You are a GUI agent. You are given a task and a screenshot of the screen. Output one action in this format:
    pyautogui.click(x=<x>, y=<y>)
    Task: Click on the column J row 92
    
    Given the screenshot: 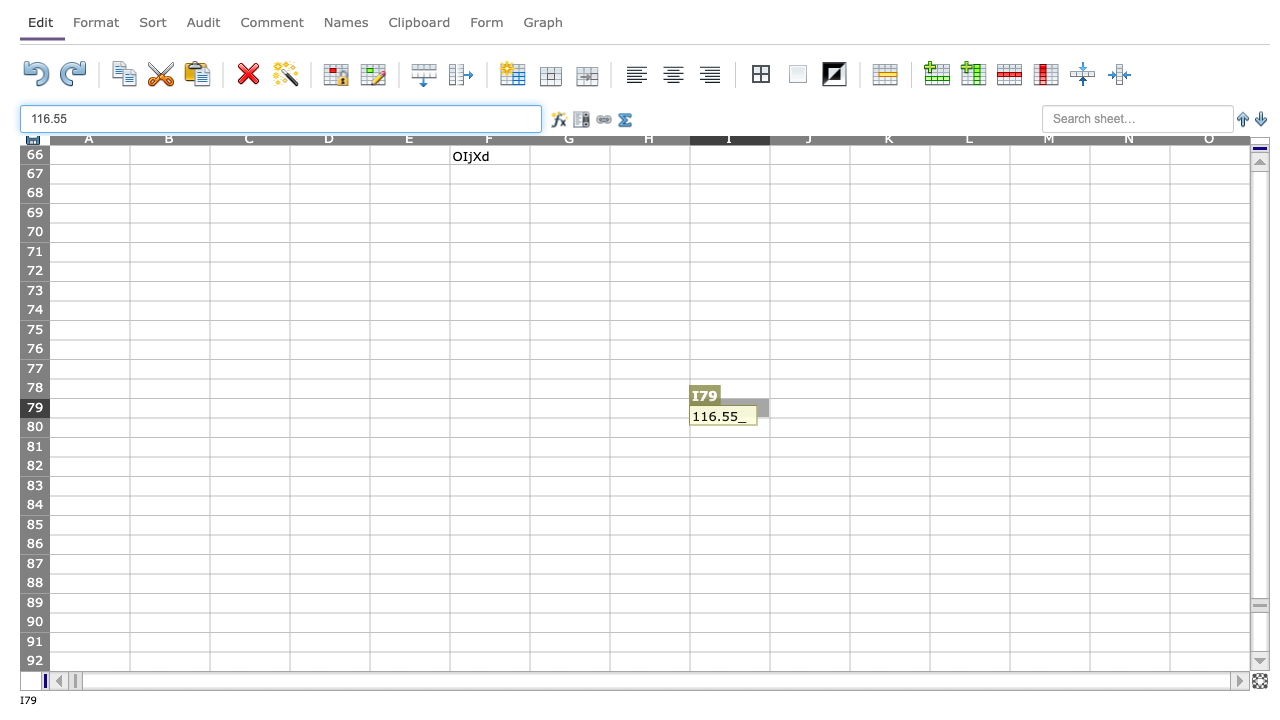 What is the action you would take?
    pyautogui.click(x=809, y=661)
    